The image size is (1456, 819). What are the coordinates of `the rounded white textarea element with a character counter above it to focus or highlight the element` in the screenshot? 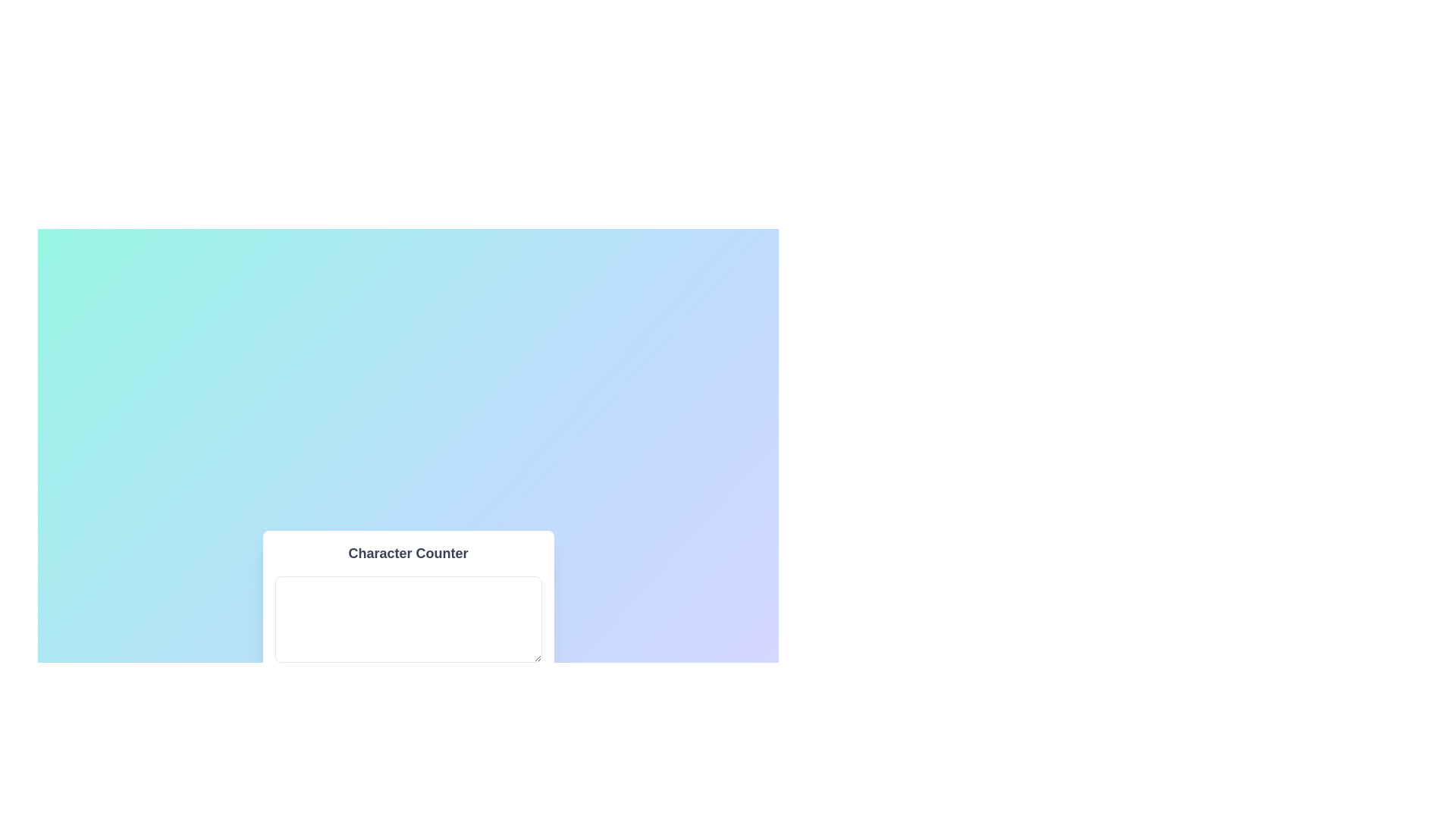 It's located at (408, 638).